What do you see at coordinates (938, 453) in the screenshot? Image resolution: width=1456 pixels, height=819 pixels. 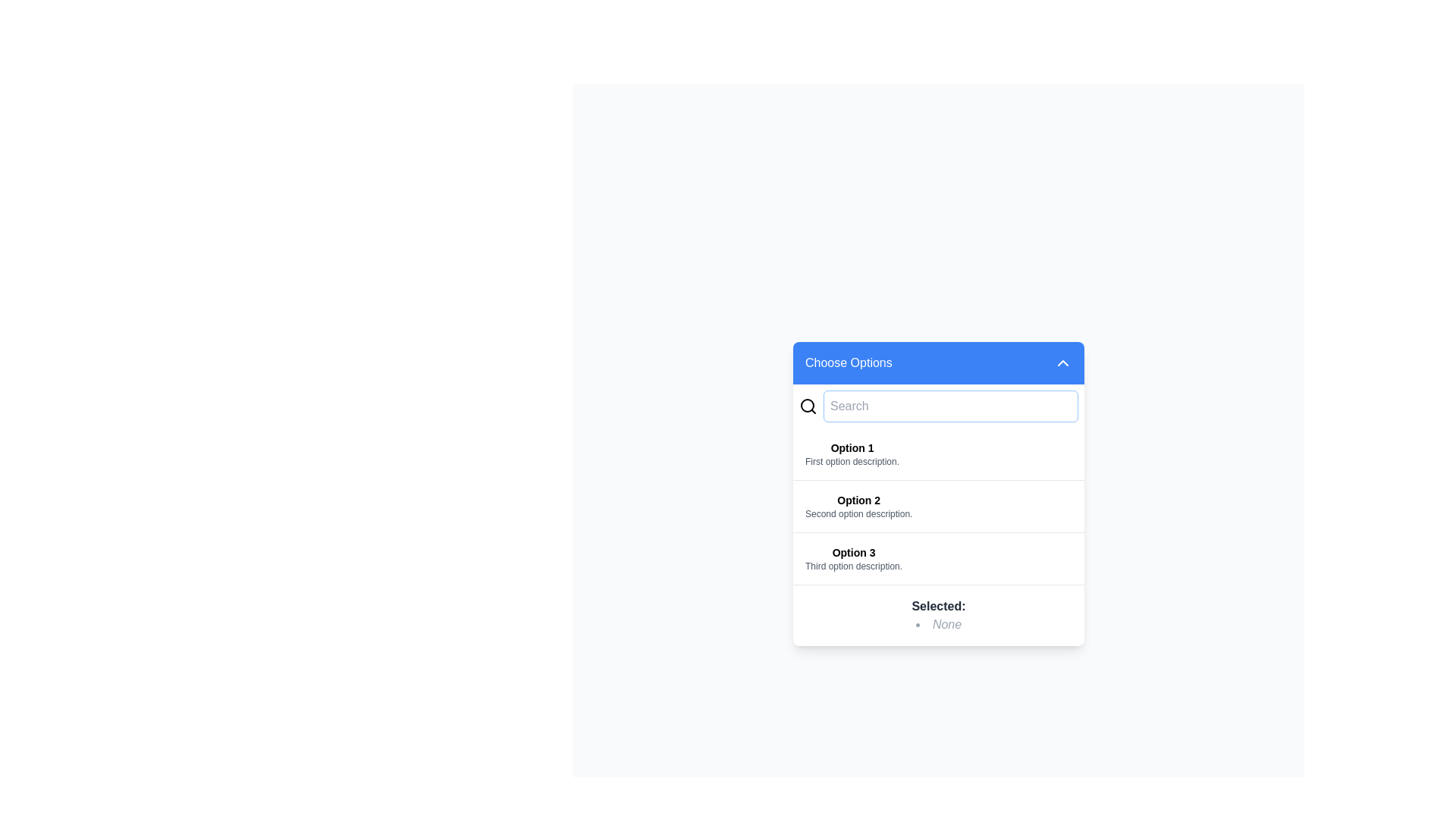 I see `the selectable list item labeled 'Option 1'` at bounding box center [938, 453].